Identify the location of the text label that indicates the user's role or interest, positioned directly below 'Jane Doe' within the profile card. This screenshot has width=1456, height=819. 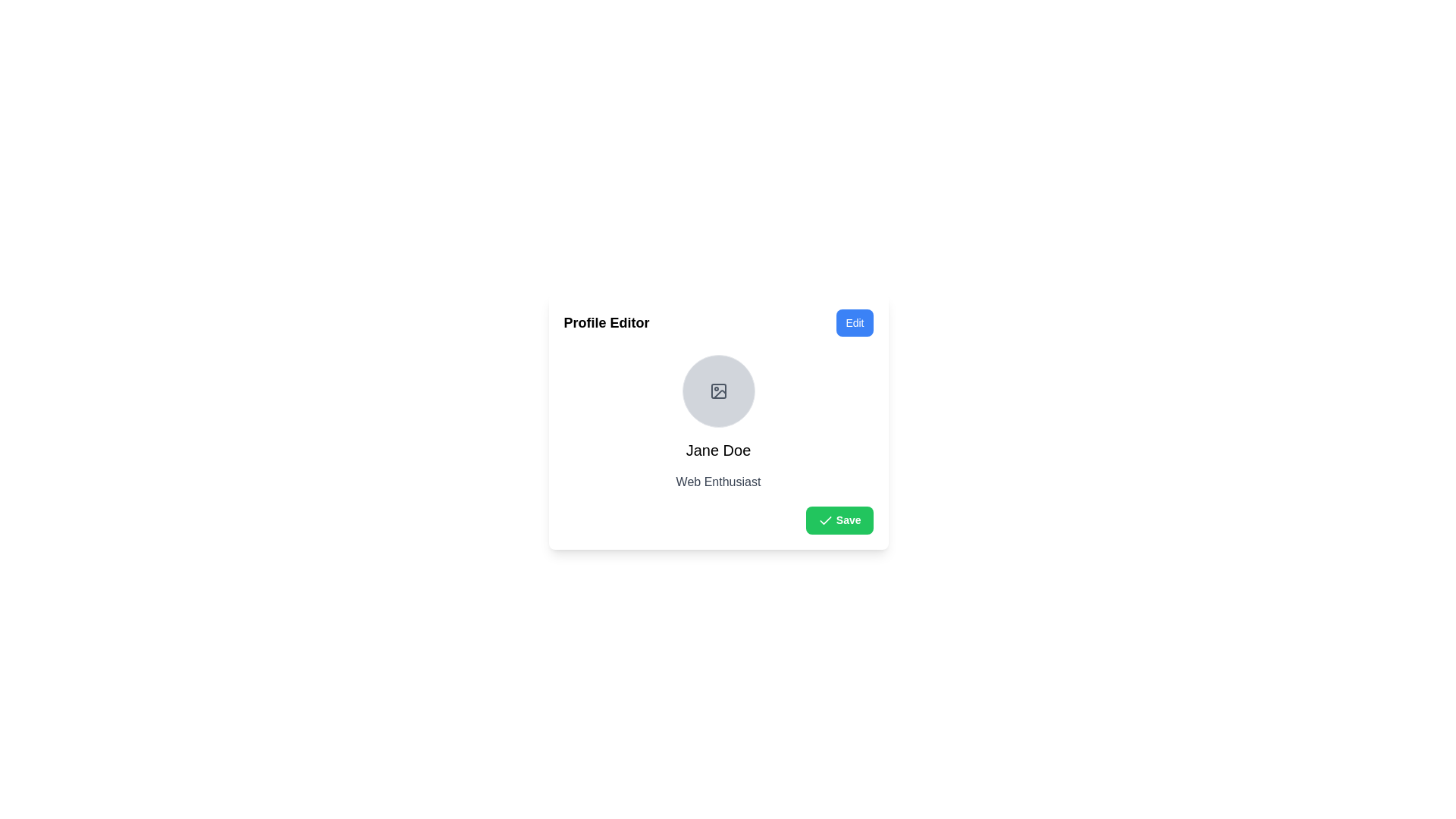
(717, 482).